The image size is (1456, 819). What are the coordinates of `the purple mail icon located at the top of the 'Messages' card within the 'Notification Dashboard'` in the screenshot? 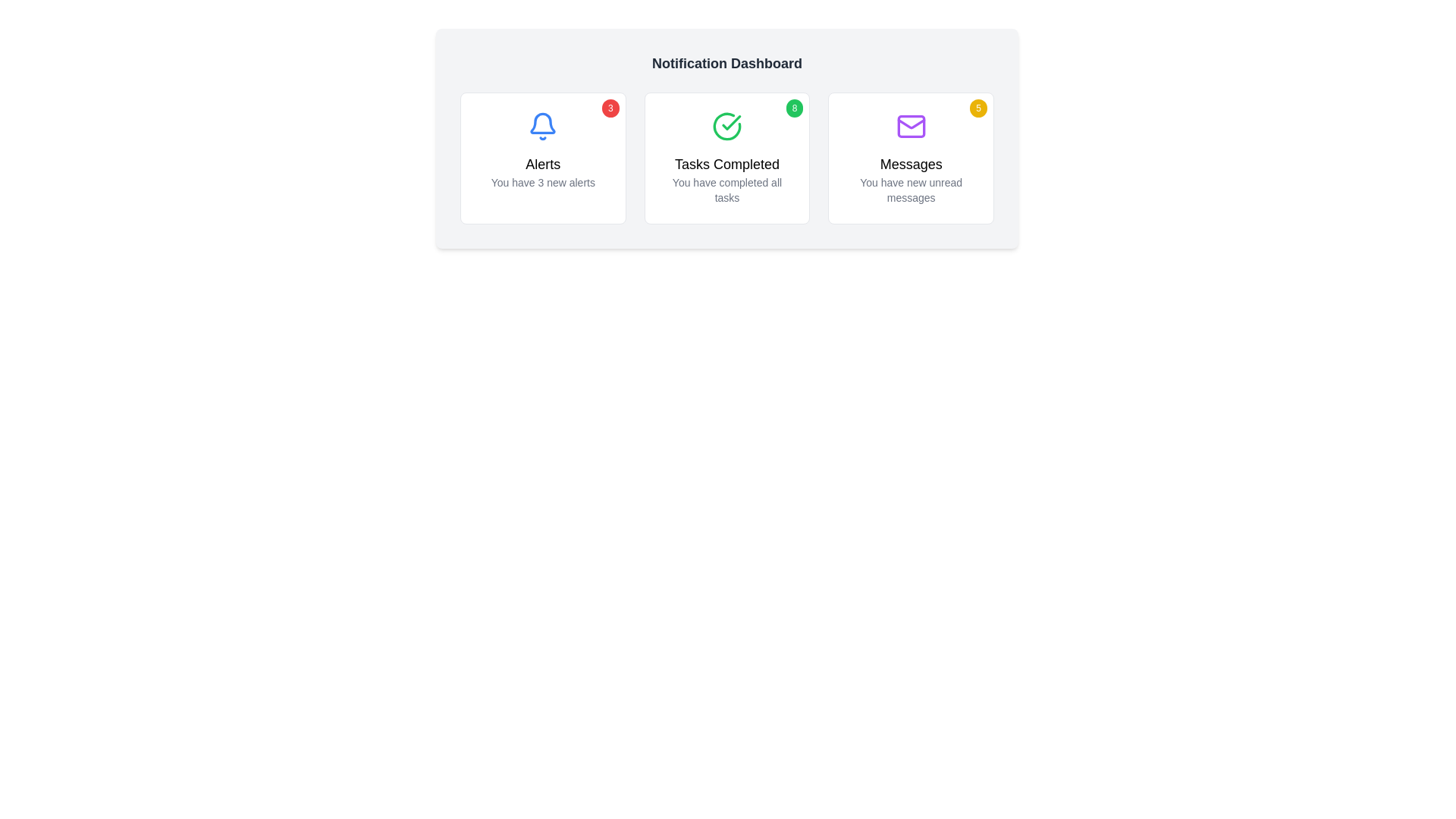 It's located at (910, 125).